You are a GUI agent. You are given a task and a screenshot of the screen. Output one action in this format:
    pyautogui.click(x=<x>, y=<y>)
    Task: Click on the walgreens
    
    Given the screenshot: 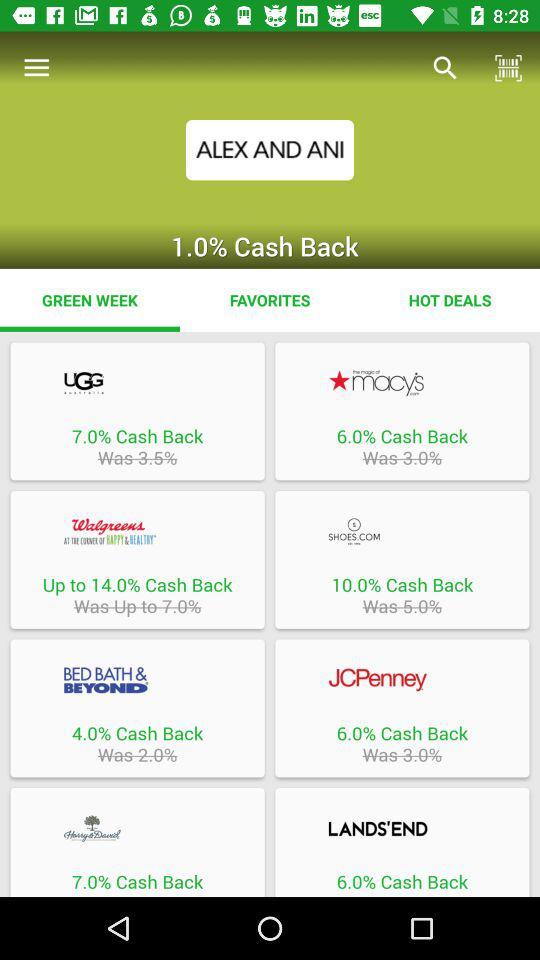 What is the action you would take?
    pyautogui.click(x=136, y=530)
    